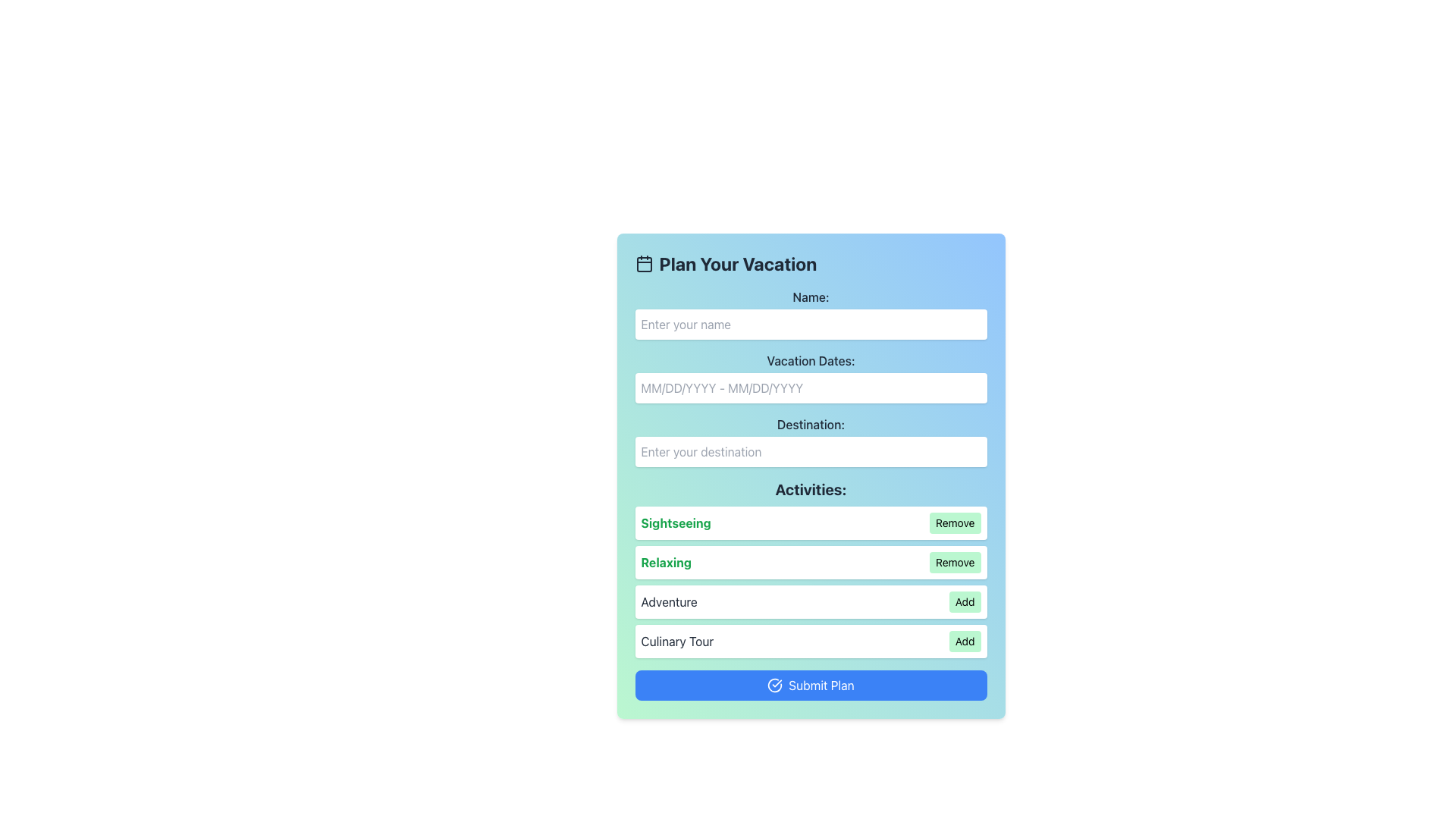 The height and width of the screenshot is (819, 1456). What do you see at coordinates (810, 685) in the screenshot?
I see `the 'Submit Plan' button with a blue background and white text for accessibility` at bounding box center [810, 685].